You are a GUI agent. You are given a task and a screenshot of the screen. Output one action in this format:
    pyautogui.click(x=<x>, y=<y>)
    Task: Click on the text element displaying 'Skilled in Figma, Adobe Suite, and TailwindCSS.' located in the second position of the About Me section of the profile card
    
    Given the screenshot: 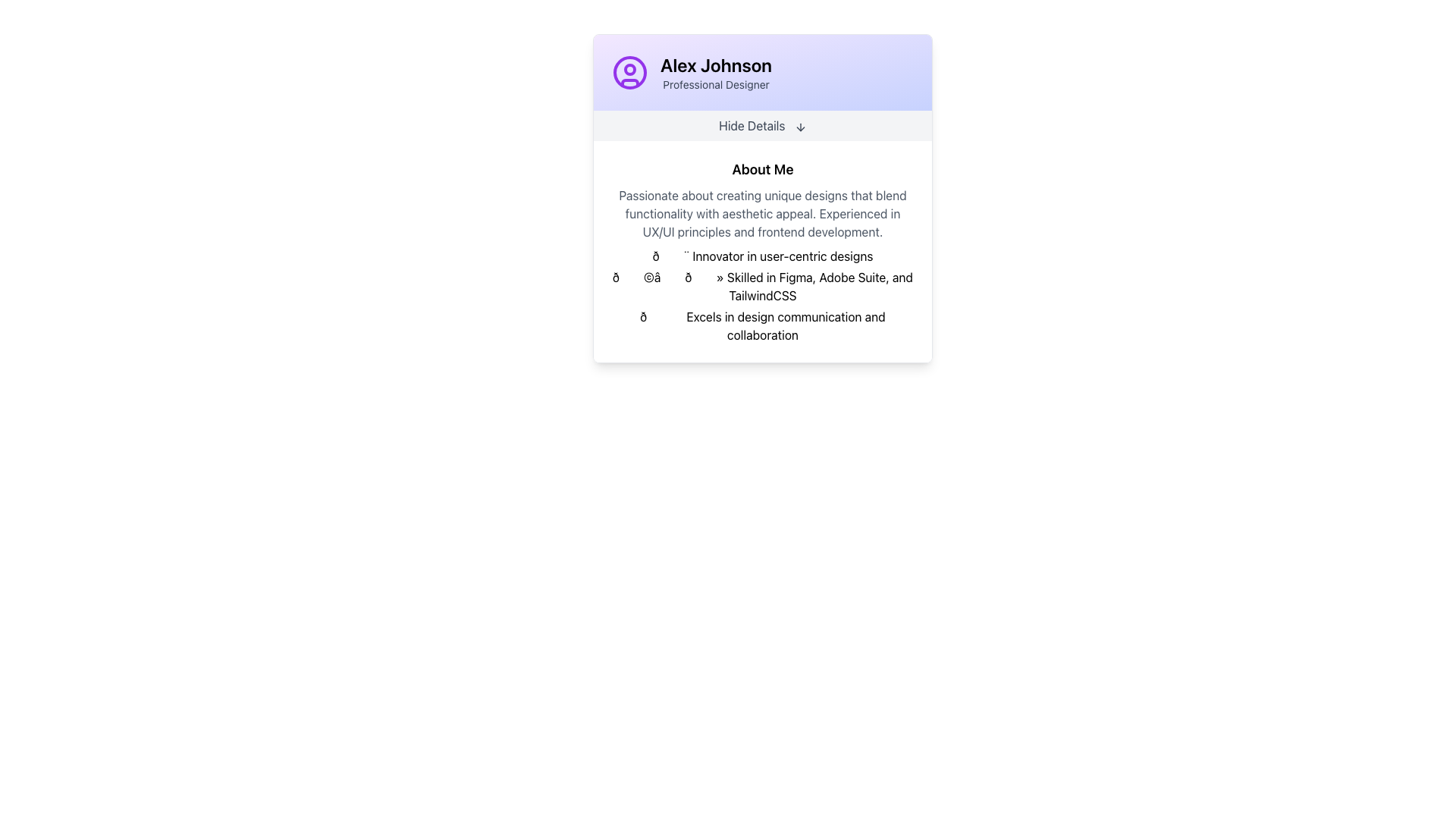 What is the action you would take?
    pyautogui.click(x=763, y=287)
    